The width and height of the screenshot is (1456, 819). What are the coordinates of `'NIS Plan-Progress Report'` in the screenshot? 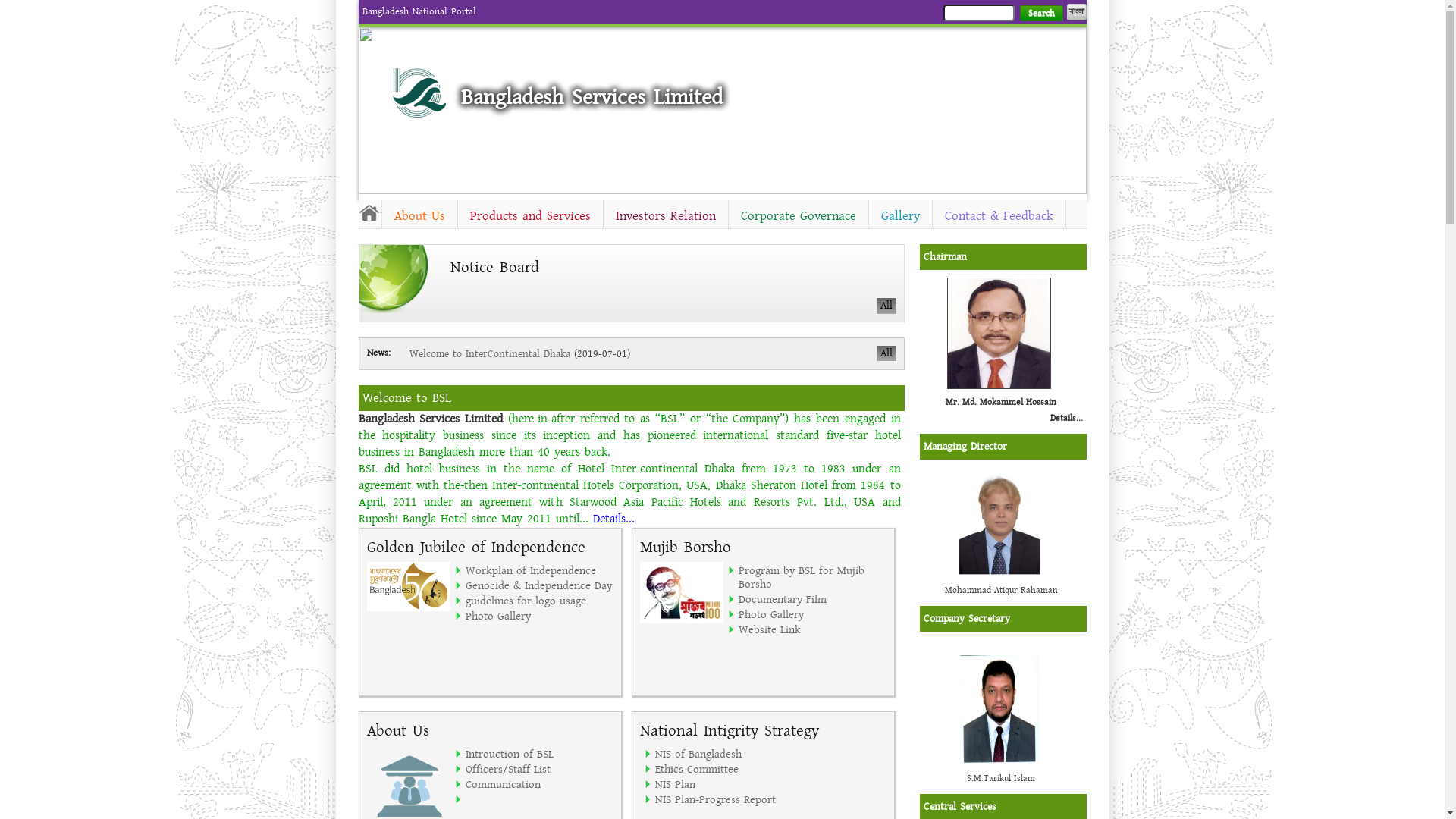 It's located at (729, 798).